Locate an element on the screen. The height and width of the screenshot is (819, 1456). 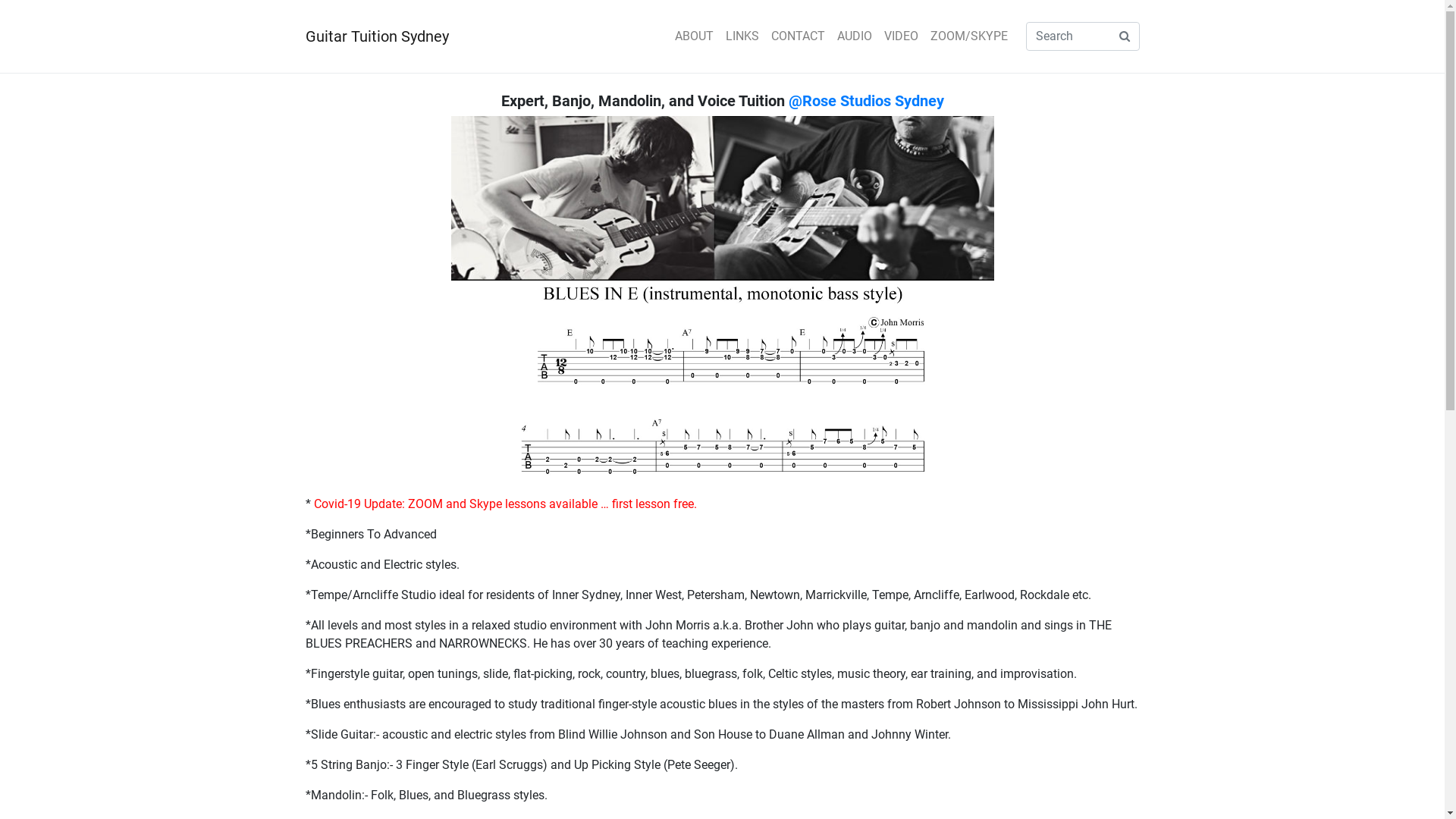
'Guitar Tuition Sydney' is located at coordinates (376, 35).